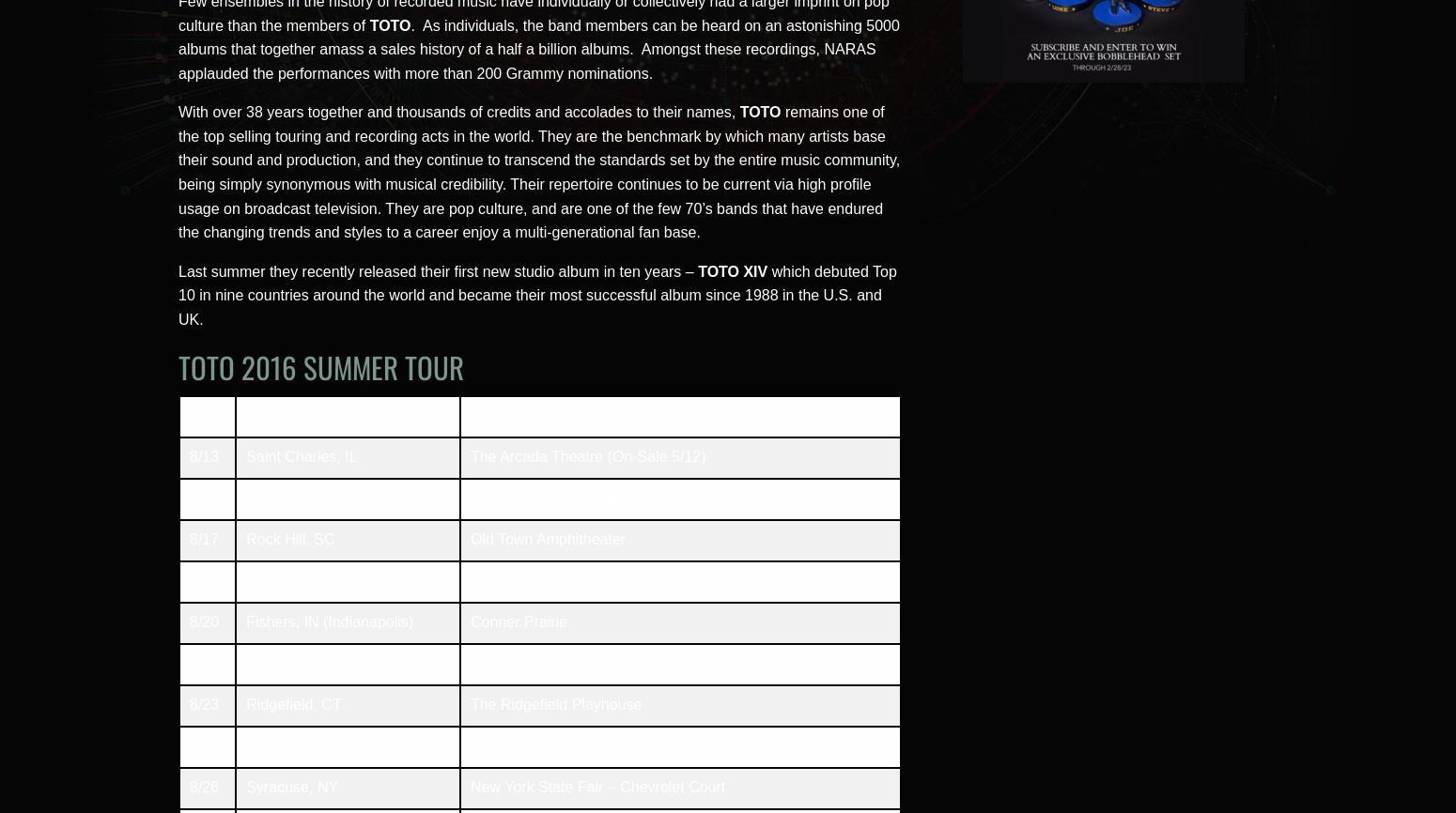 This screenshot has width=1456, height=813. I want to click on '8/21', so click(203, 662).